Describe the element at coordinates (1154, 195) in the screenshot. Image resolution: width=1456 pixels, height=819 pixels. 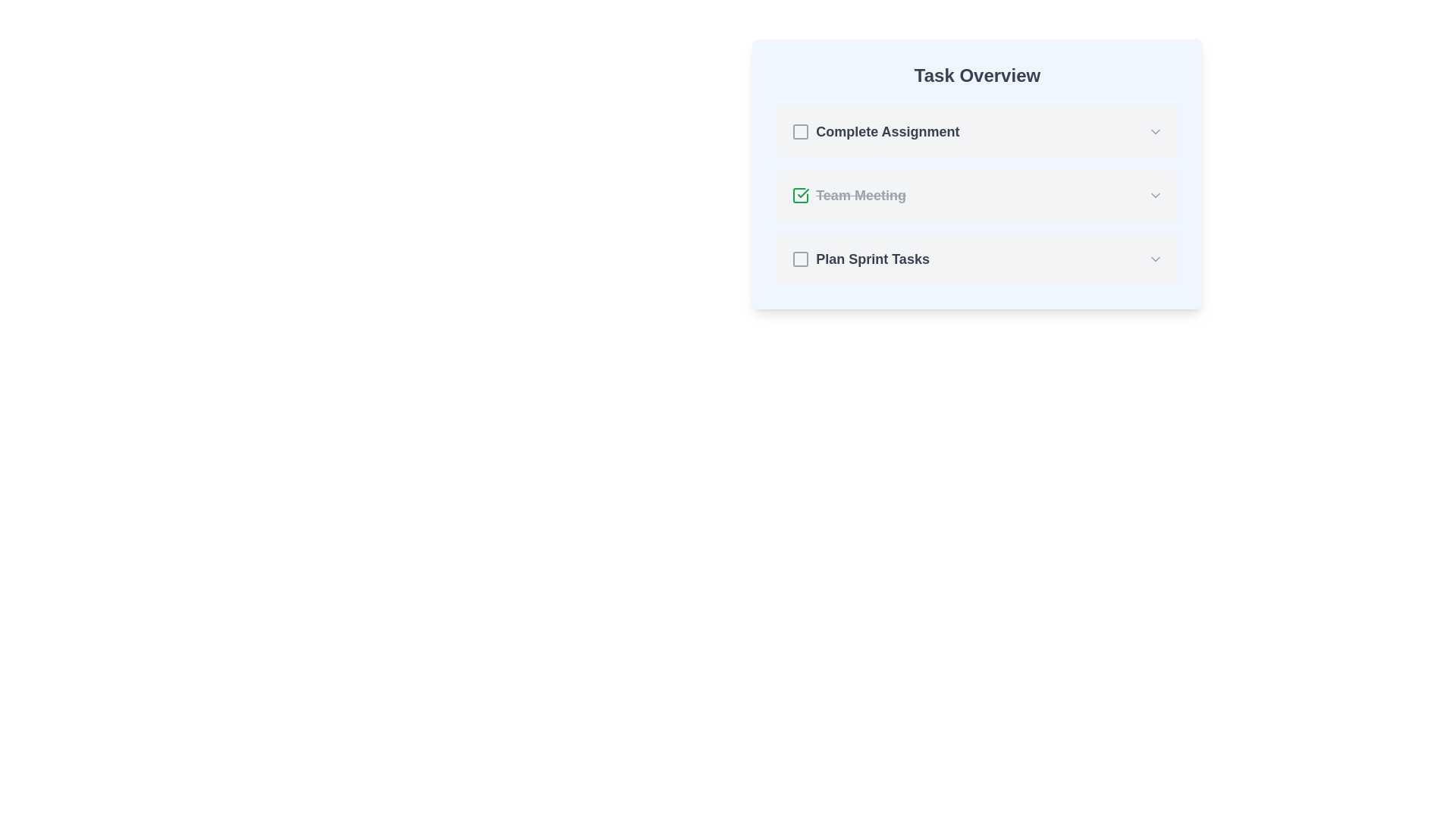
I see `the gray downward-facing chevron icon` at that location.